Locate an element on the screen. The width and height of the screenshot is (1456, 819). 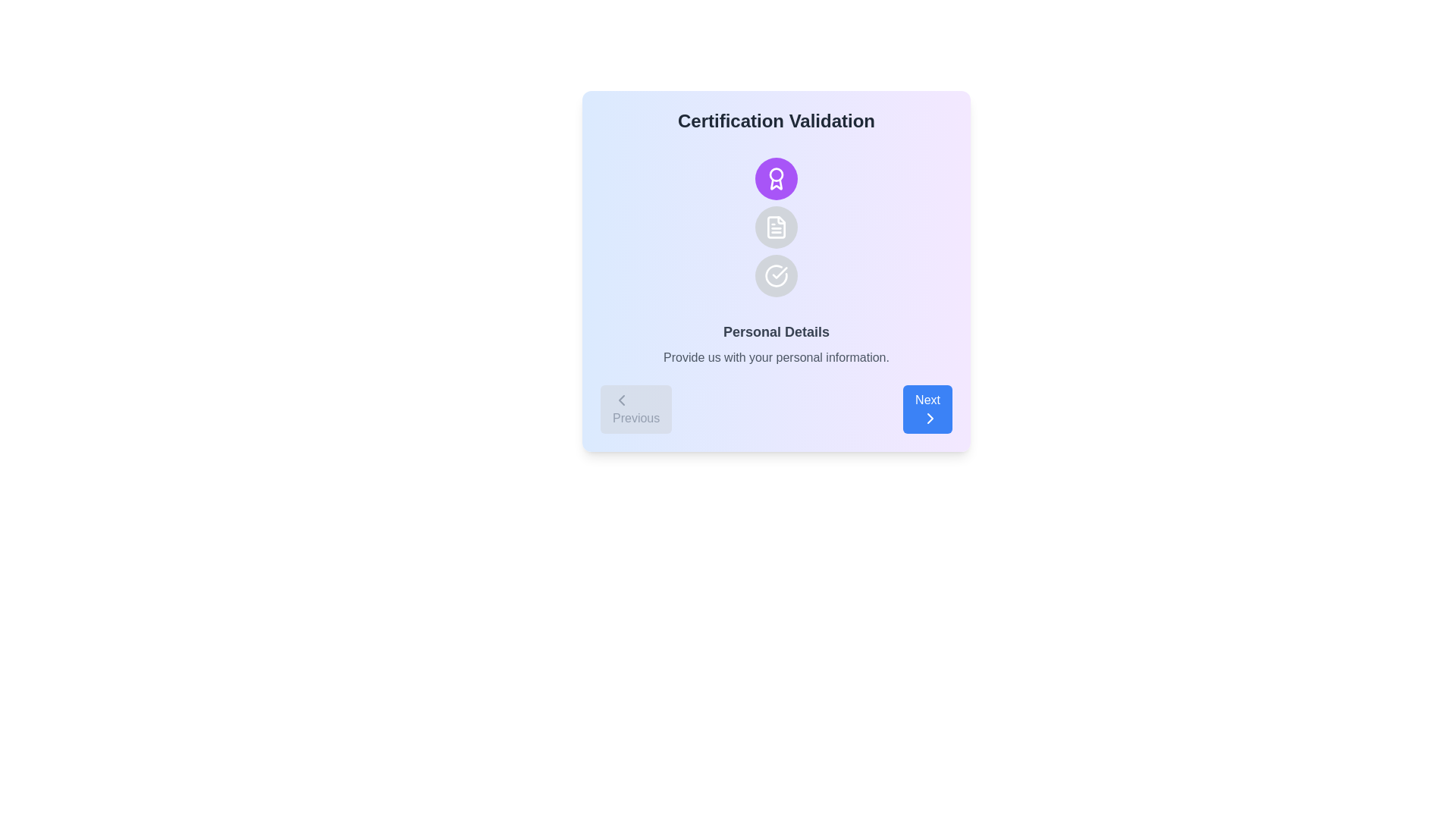
the chevron icon located at the left side of the 'Previous' button in the bottom-left corner of the card interface is located at coordinates (622, 400).